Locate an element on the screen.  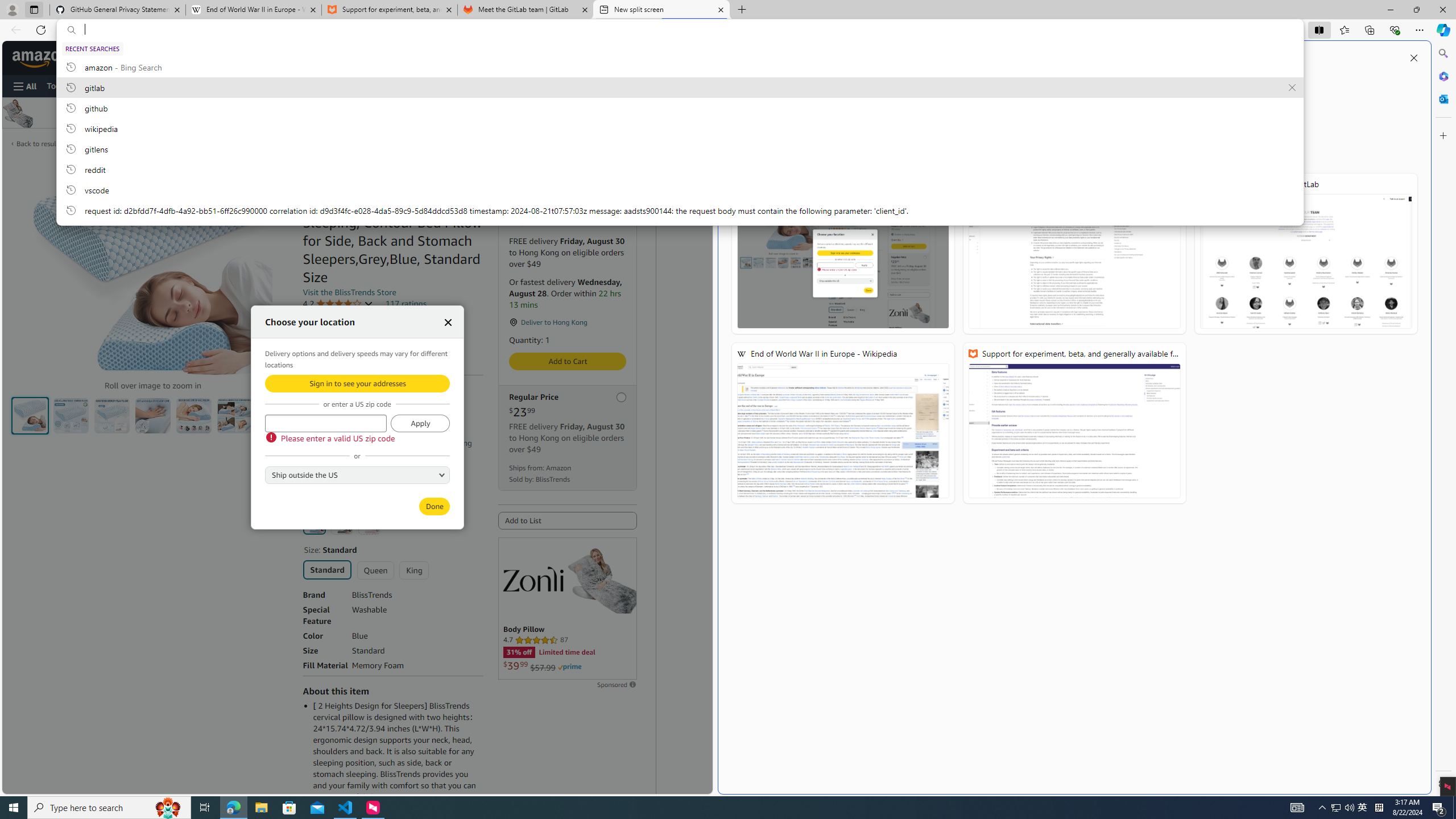
'Remove suggestion' is located at coordinates (1292, 87).